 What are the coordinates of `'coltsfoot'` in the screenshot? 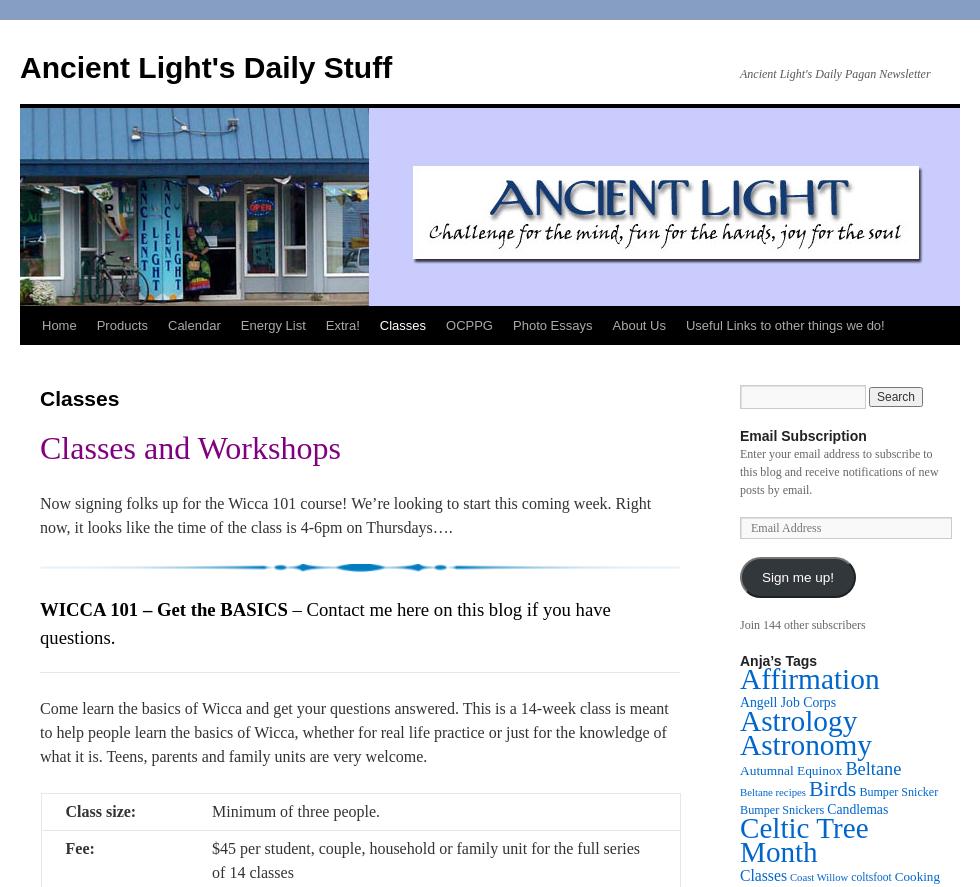 It's located at (871, 876).